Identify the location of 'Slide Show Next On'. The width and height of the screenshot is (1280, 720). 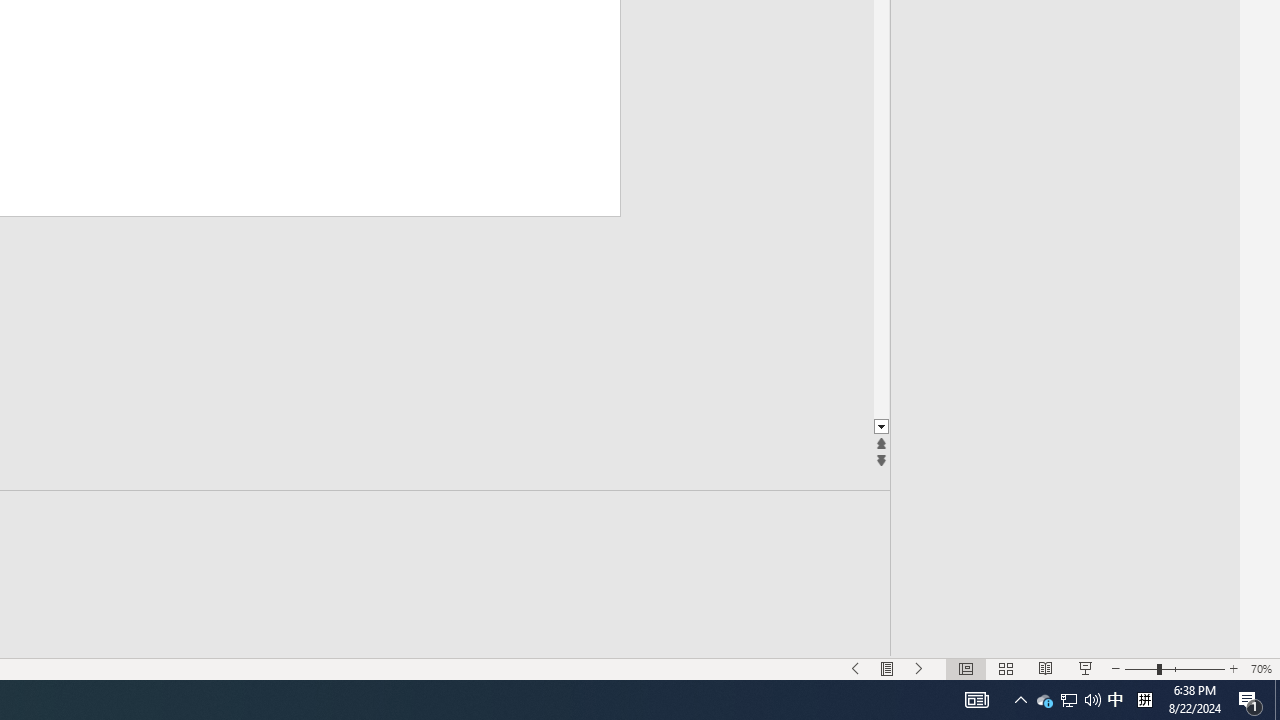
(918, 669).